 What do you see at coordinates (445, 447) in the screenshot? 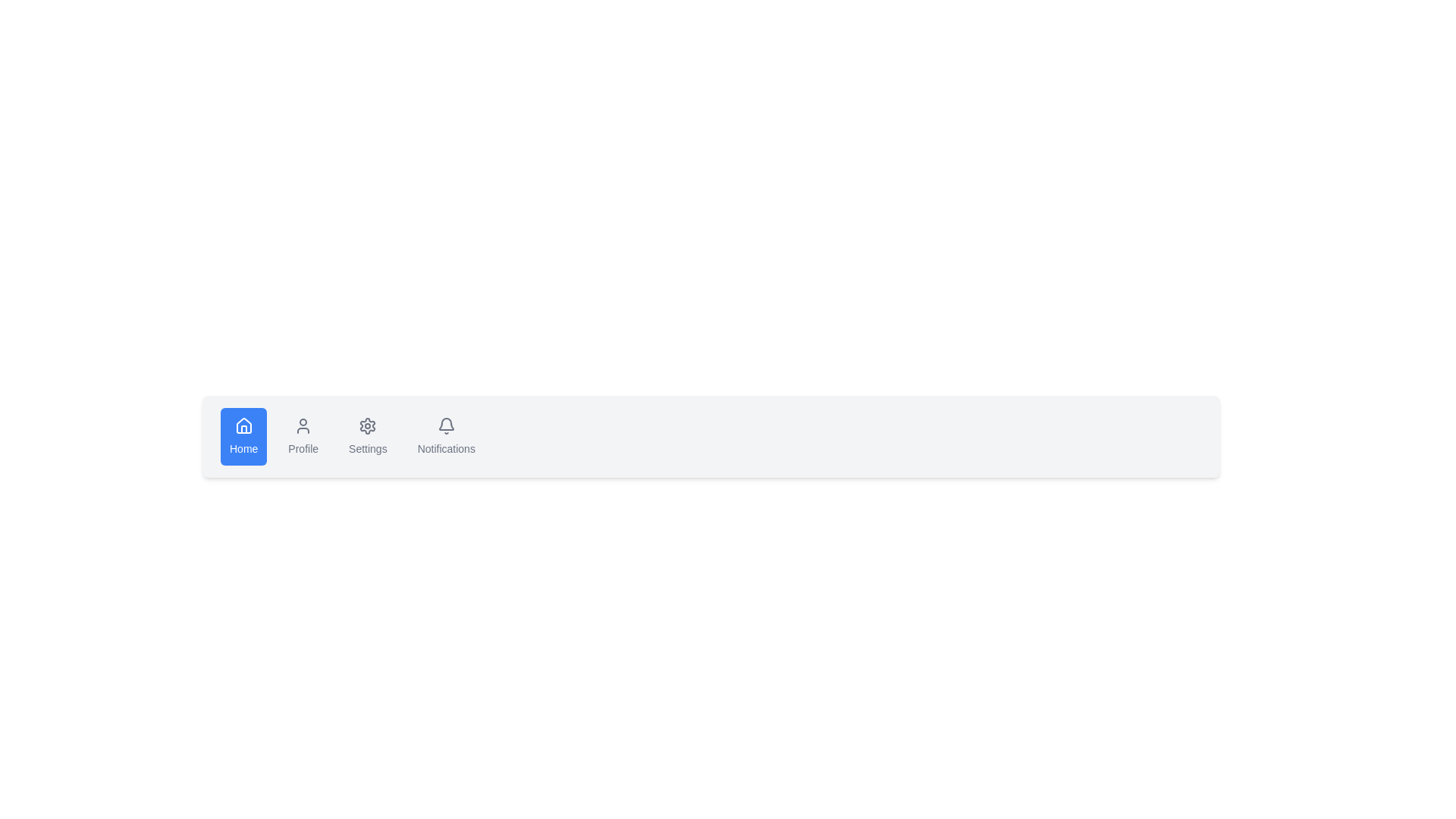
I see `text label displaying 'Notifications', which is styled in a smaller gray font and positioned below a bell icon within a menu-like list` at bounding box center [445, 447].